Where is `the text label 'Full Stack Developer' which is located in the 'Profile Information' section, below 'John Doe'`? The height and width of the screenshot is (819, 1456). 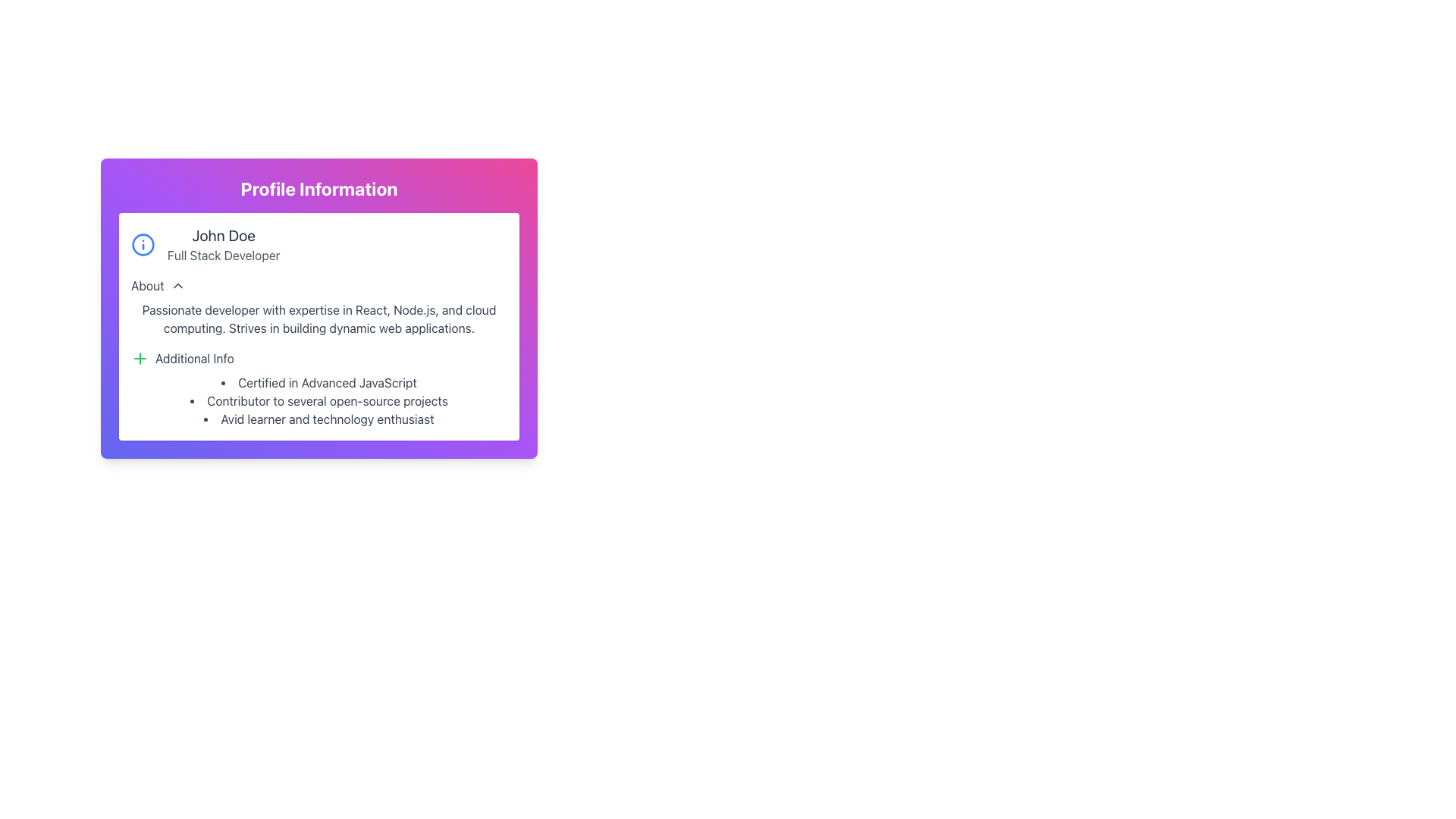
the text label 'Full Stack Developer' which is located in the 'Profile Information' section, below 'John Doe' is located at coordinates (223, 254).